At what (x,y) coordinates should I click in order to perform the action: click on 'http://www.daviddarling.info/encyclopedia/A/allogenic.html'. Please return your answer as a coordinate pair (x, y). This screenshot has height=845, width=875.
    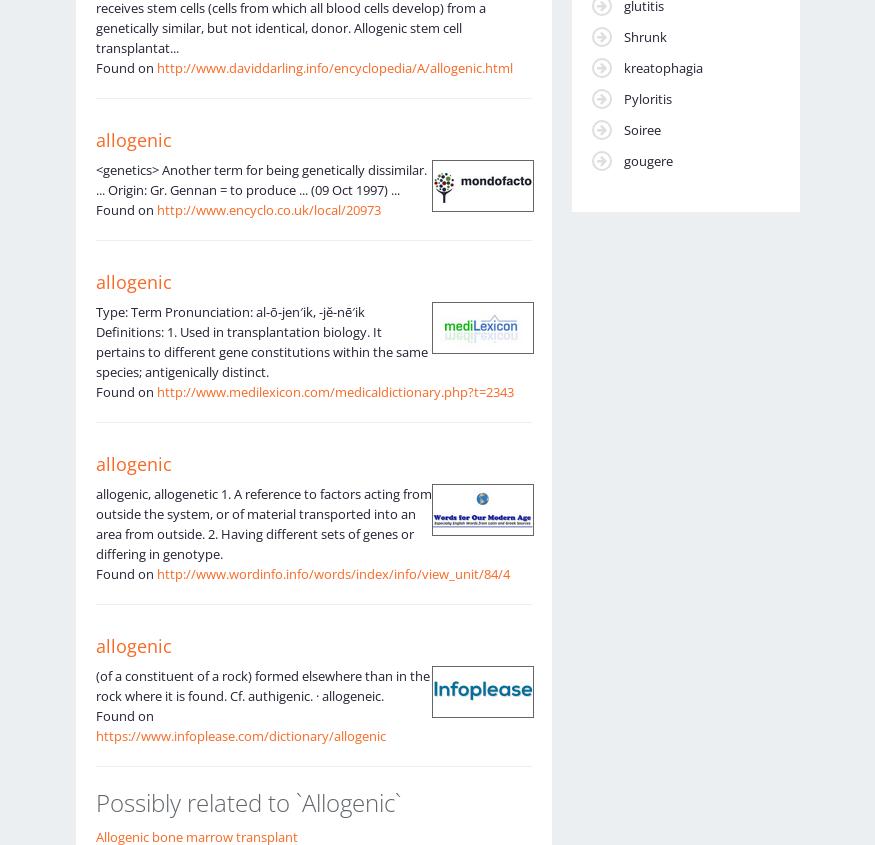
    Looking at the image, I should click on (333, 66).